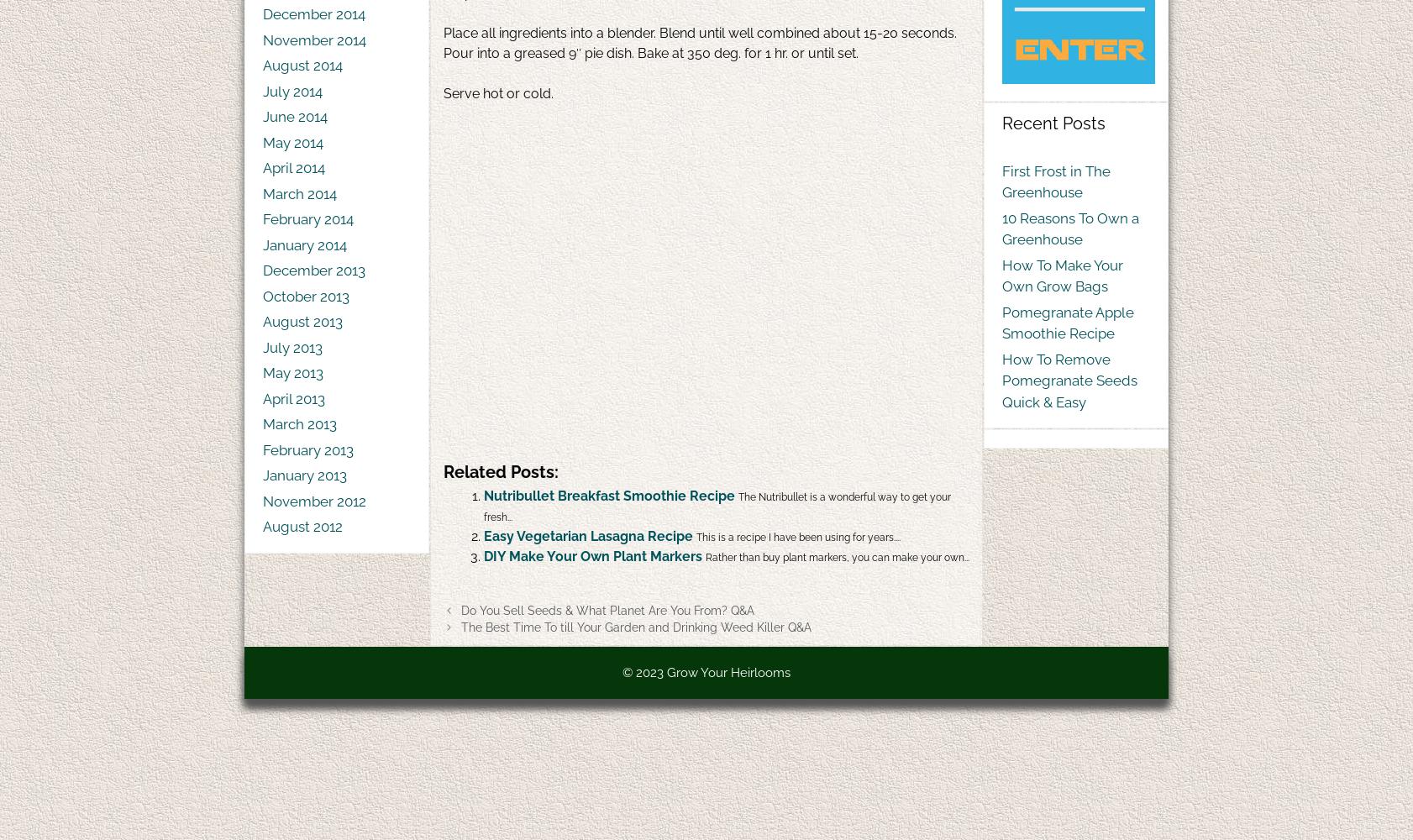  What do you see at coordinates (1070, 228) in the screenshot?
I see `'10 Reasons To Own a Greenhouse'` at bounding box center [1070, 228].